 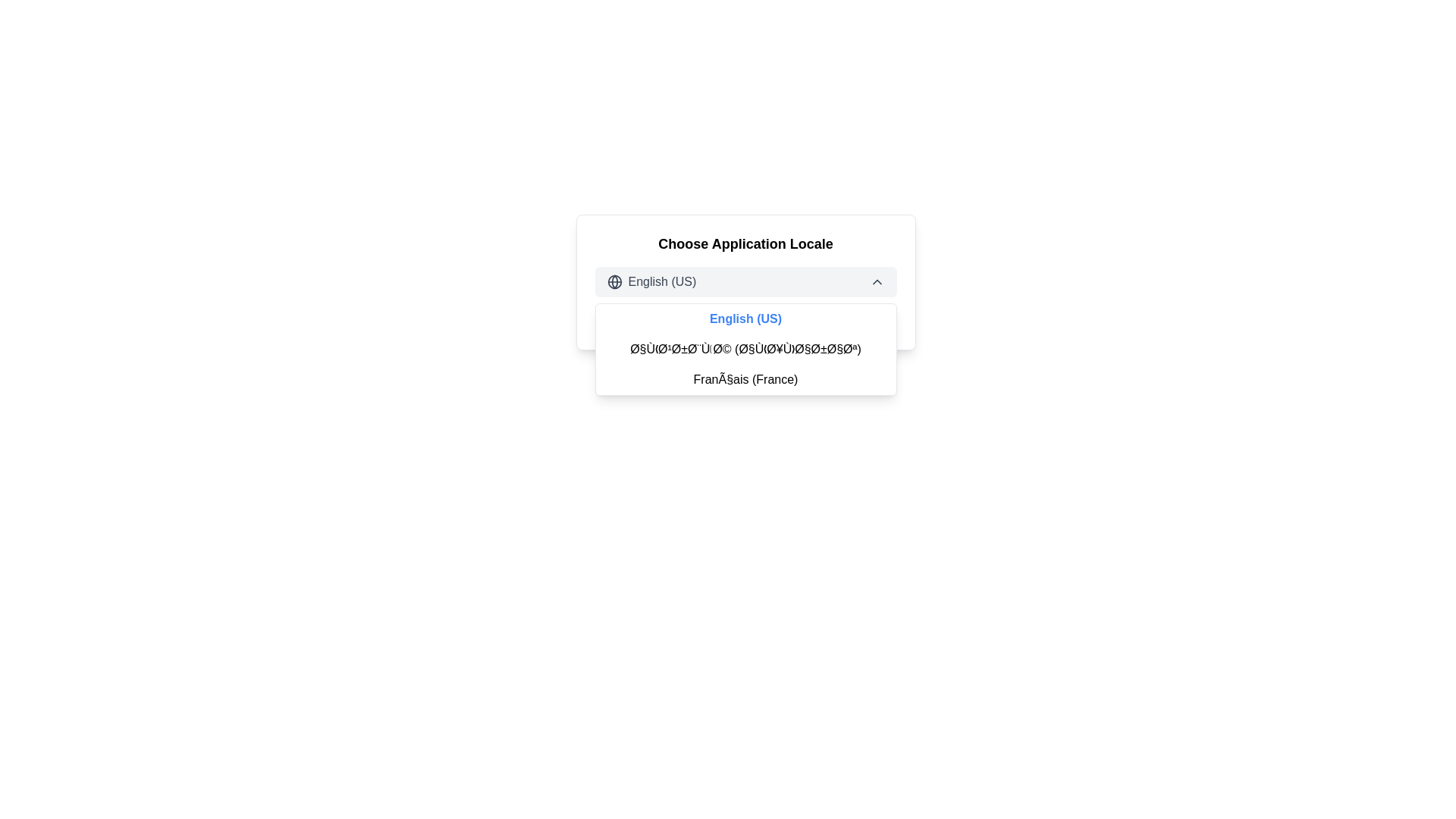 I want to click on the third item in the language selection dropdown menu, so click(x=745, y=379).